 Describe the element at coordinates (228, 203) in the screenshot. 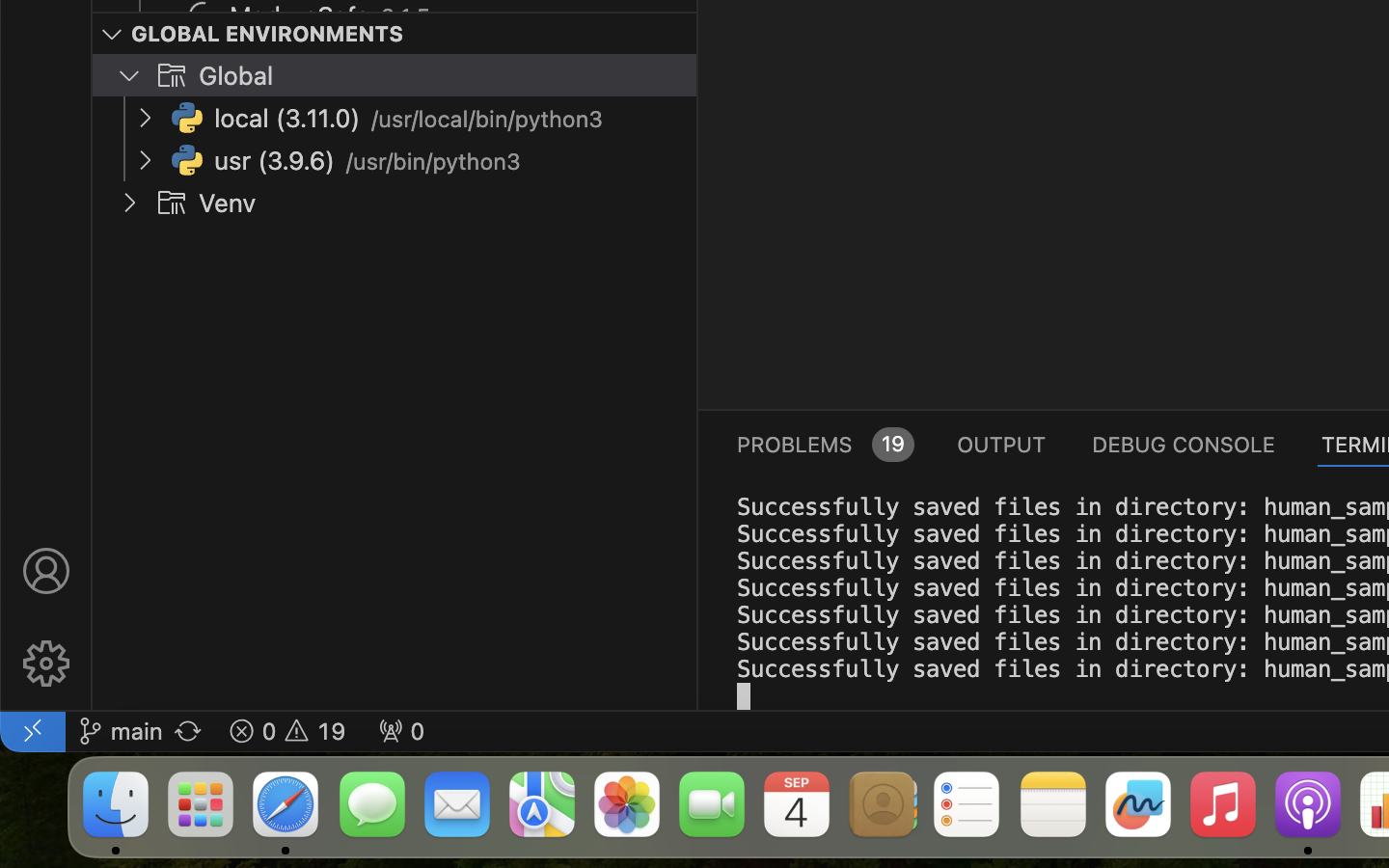

I see `'Venv'` at that location.